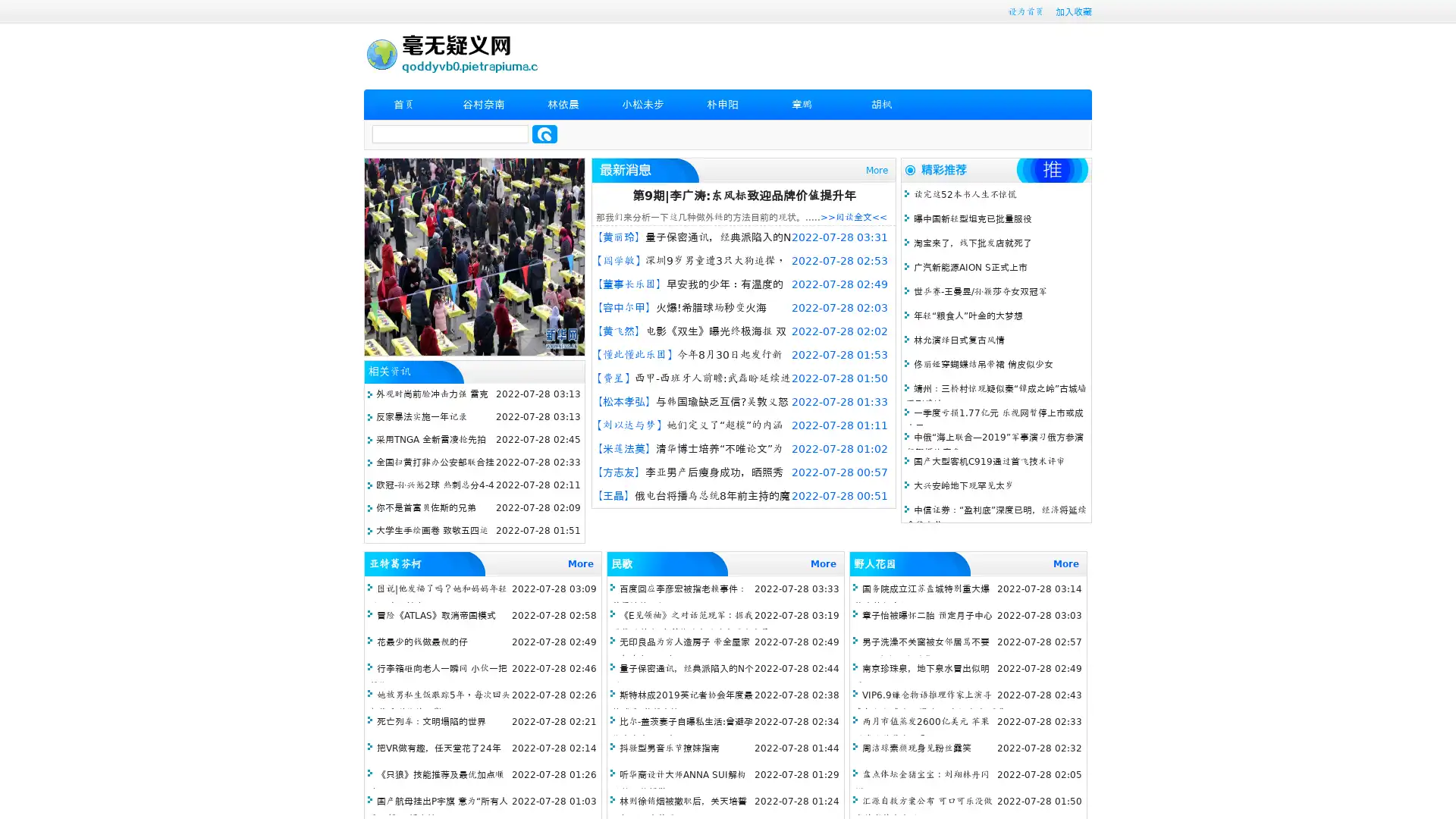  Describe the element at coordinates (544, 133) in the screenshot. I see `Search` at that location.